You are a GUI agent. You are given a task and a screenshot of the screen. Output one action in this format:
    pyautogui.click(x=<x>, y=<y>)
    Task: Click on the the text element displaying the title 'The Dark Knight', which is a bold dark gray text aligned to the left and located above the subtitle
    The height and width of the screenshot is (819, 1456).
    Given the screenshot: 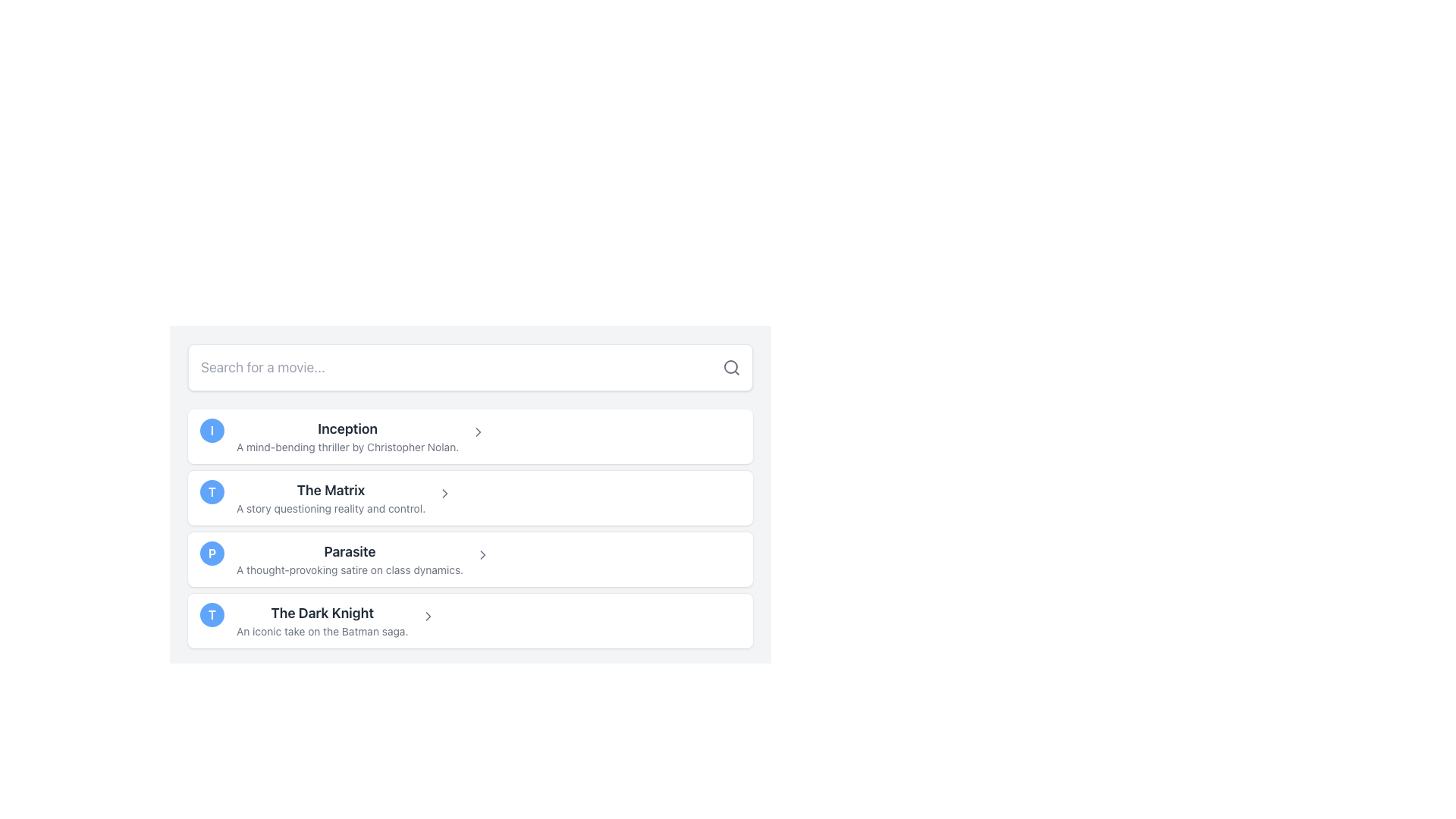 What is the action you would take?
    pyautogui.click(x=322, y=613)
    